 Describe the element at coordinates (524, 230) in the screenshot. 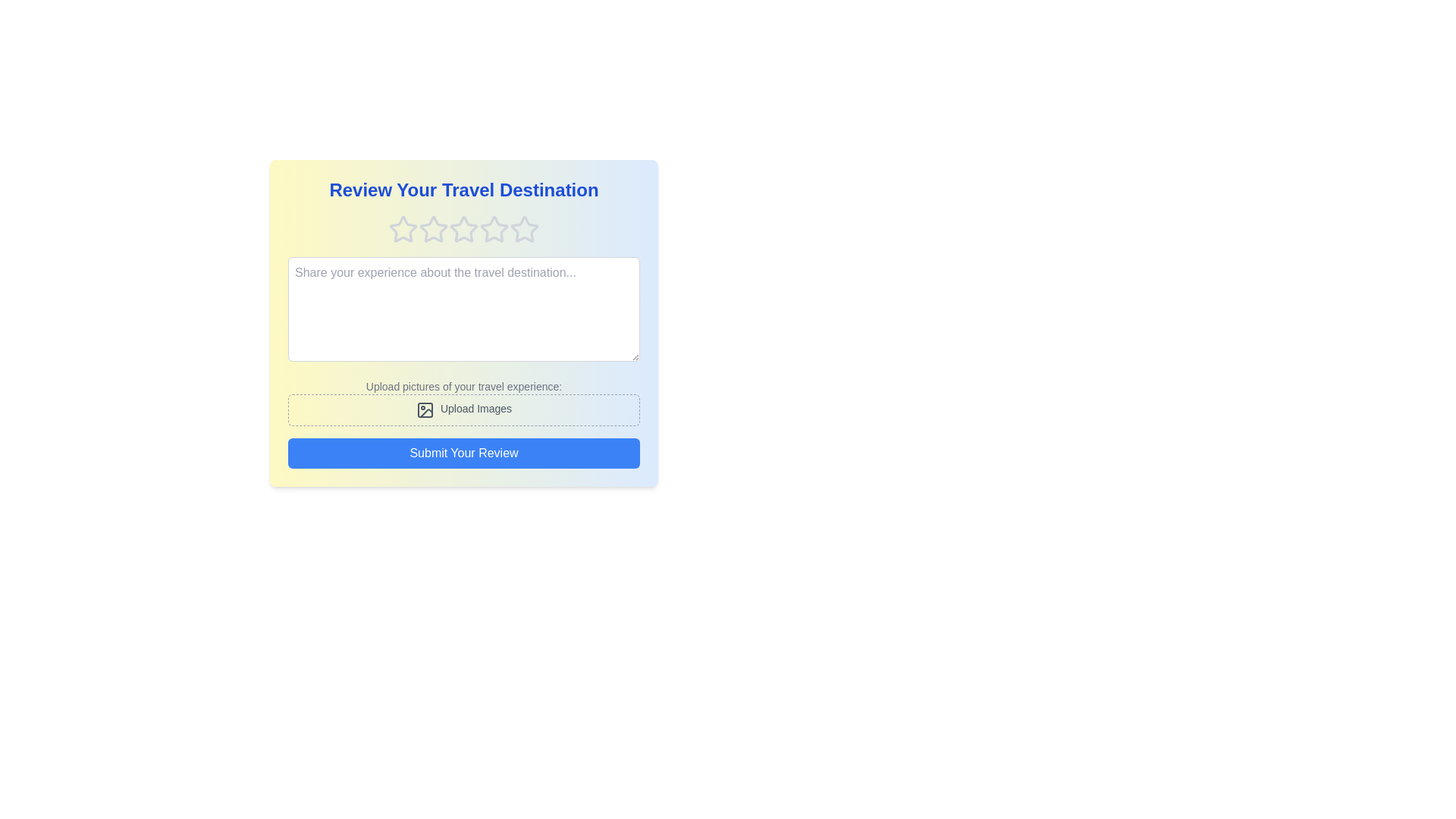

I see `the rating to 5 stars by clicking on the corresponding star icon` at that location.